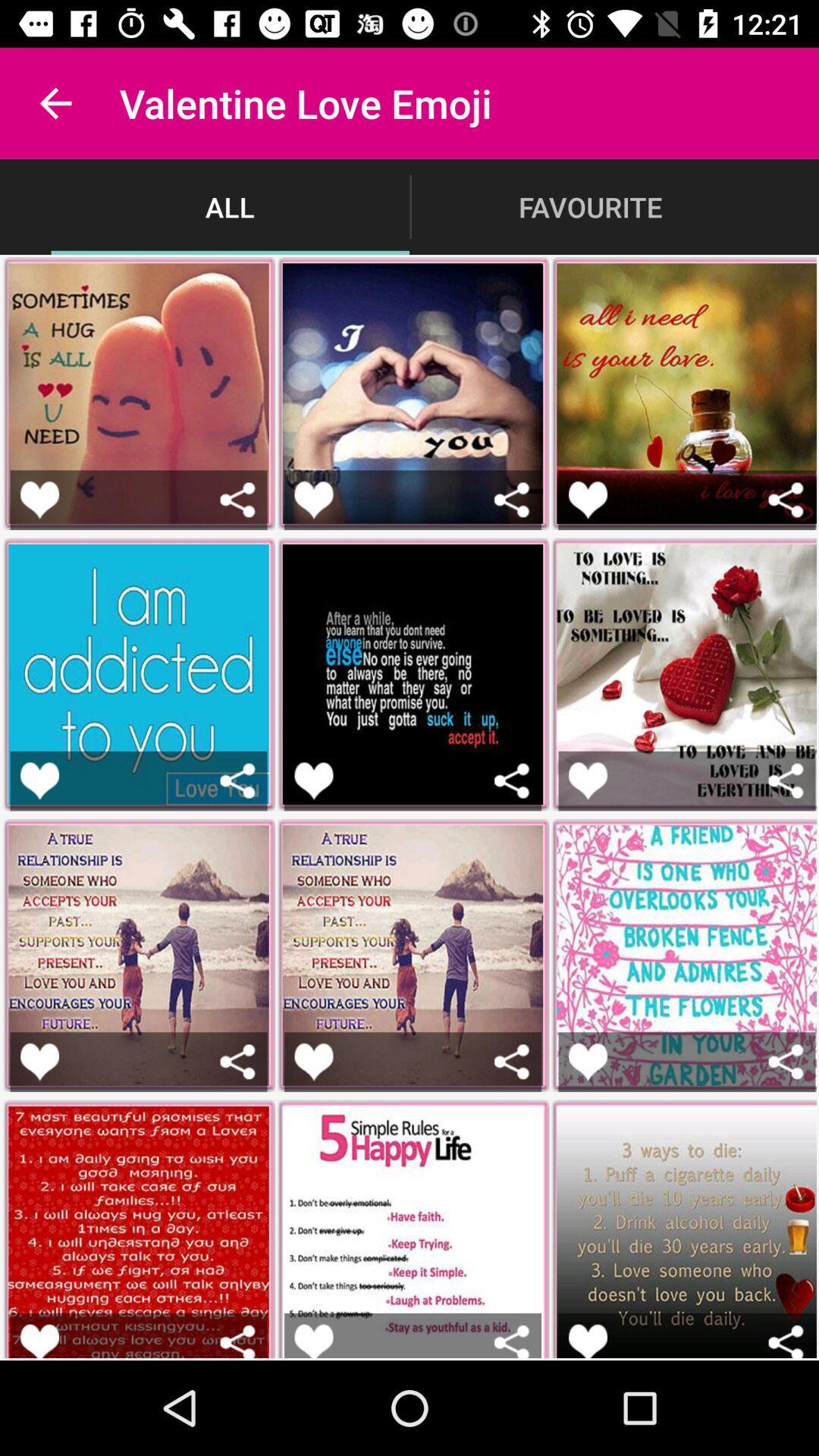 The width and height of the screenshot is (819, 1456). Describe the element at coordinates (785, 500) in the screenshot. I see `share picture` at that location.